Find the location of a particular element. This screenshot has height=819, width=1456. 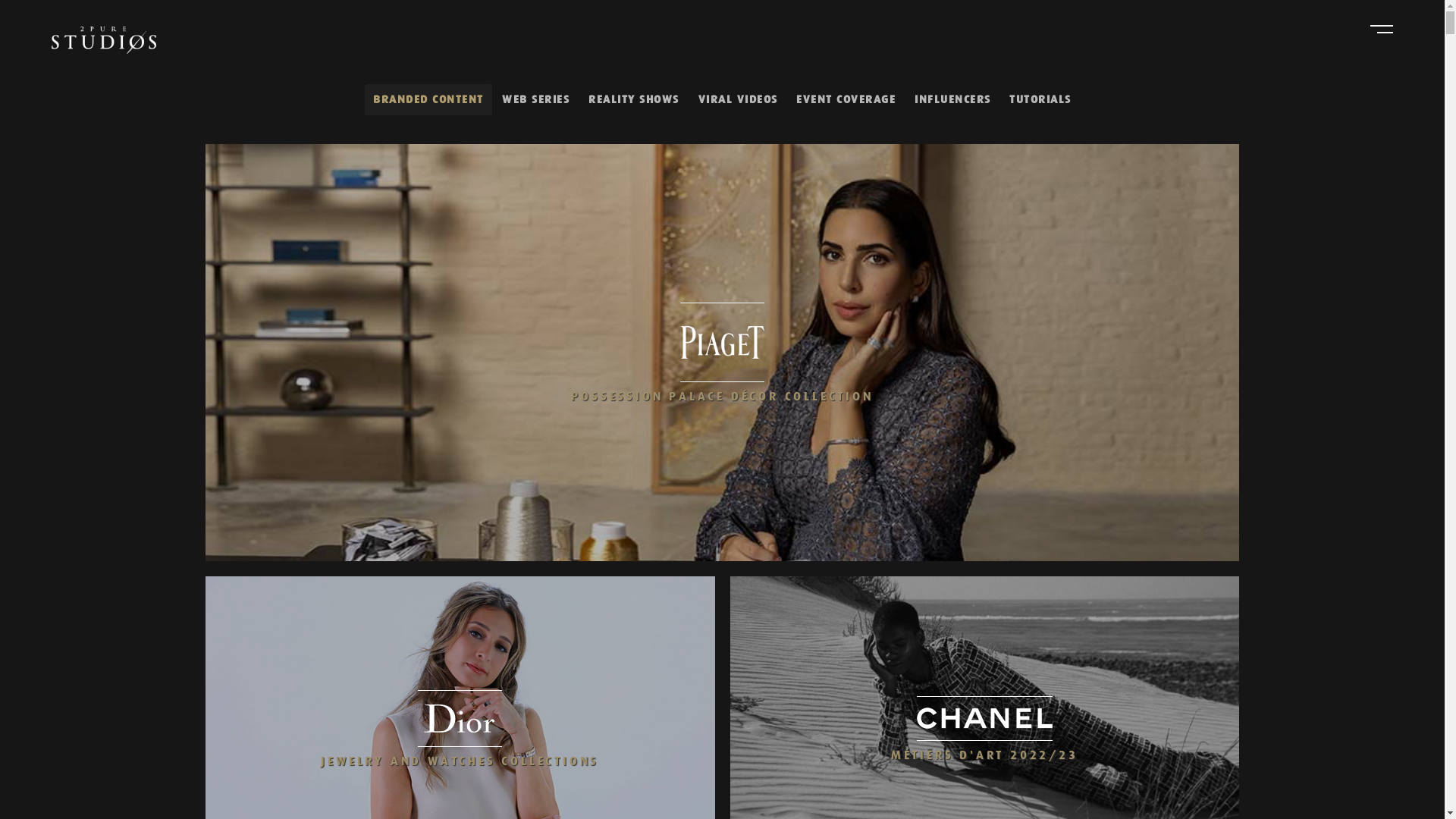

'REALITY SHOWS' is located at coordinates (633, 99).